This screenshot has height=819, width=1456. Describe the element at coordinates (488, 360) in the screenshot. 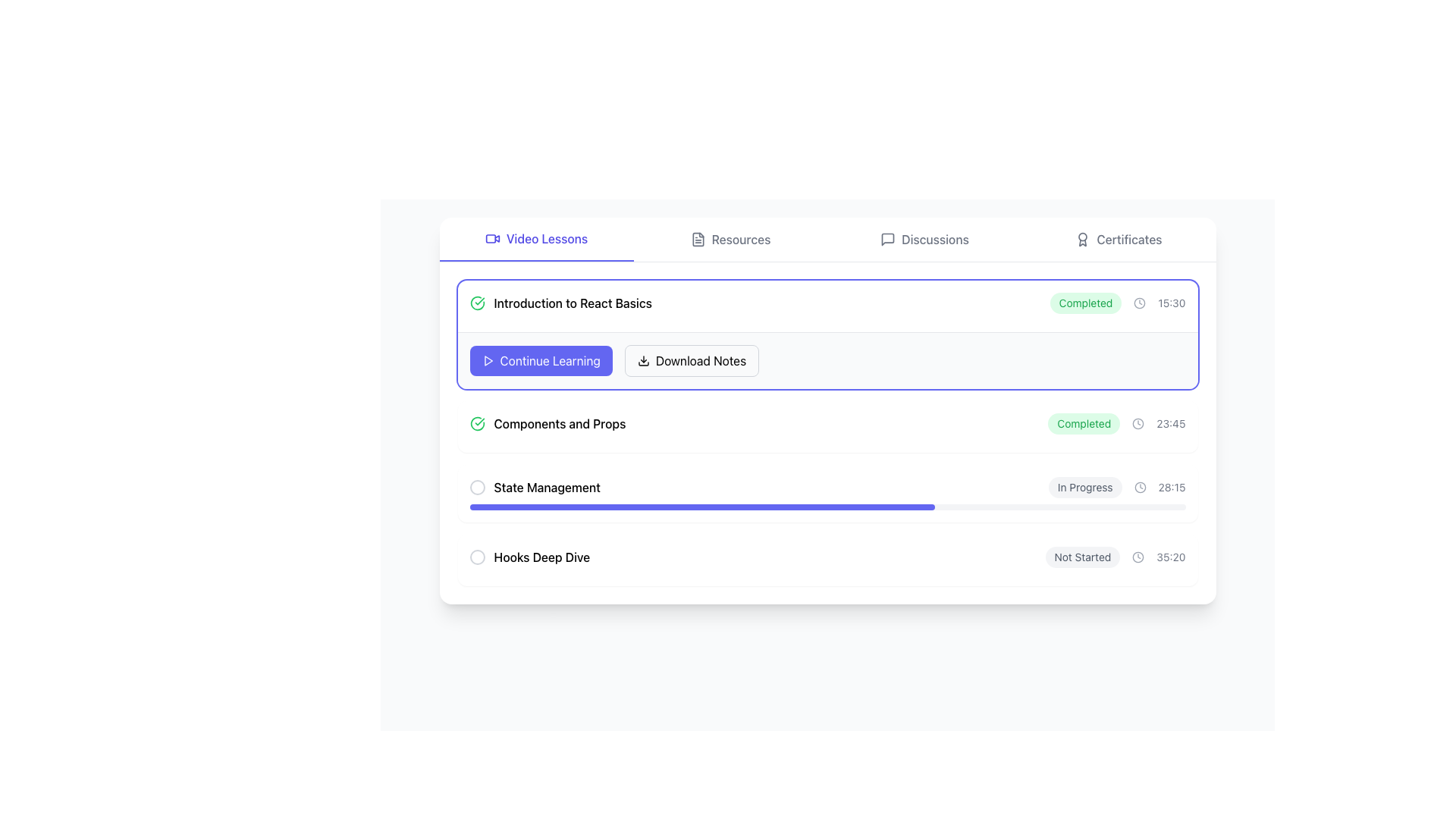

I see `the triangular-shaped play icon within the 'Continue Learning' button, which is styled in a purple-blue color scheme` at that location.